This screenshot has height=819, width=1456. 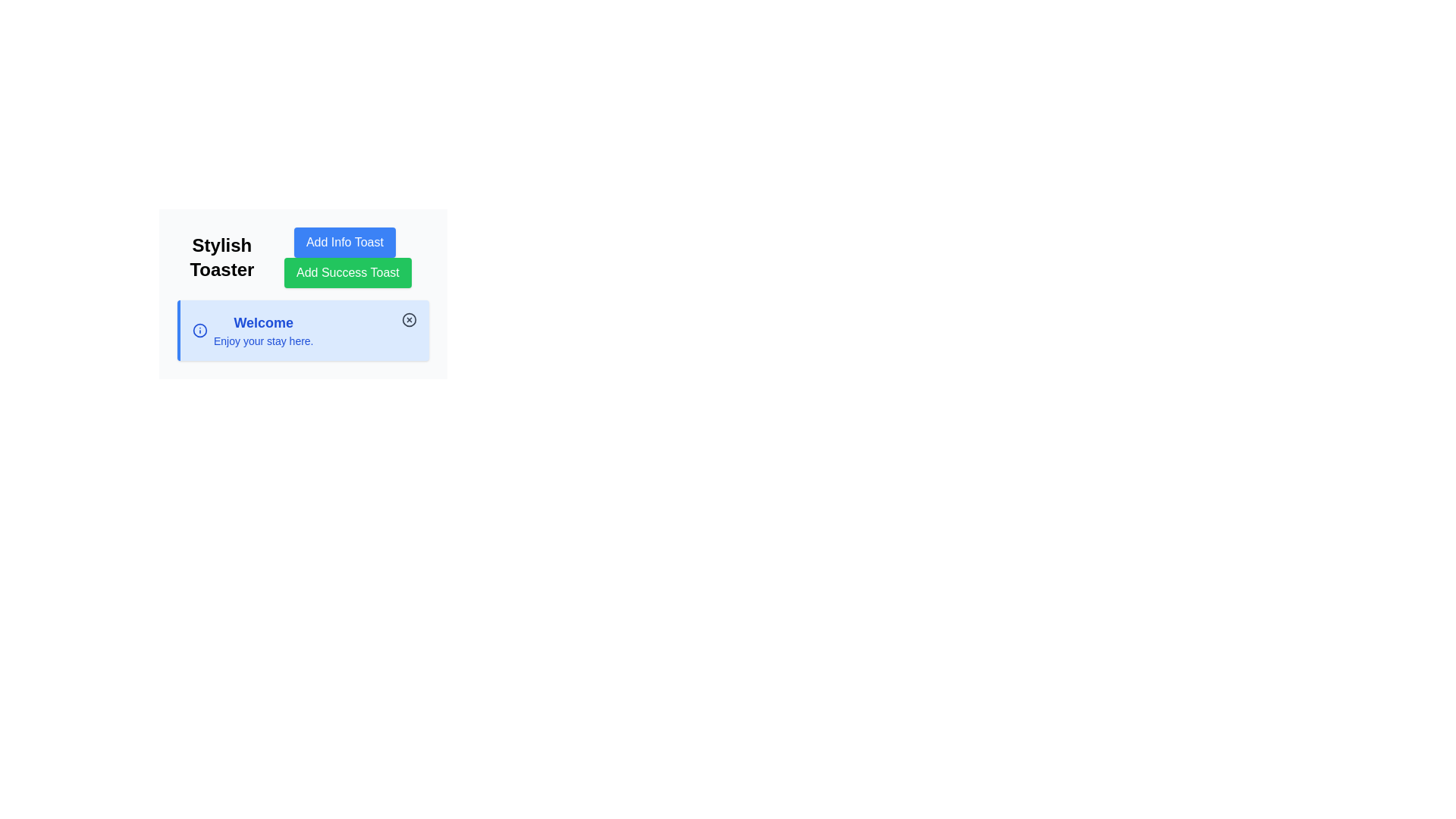 What do you see at coordinates (347, 271) in the screenshot?
I see `the green rectangular button labeled 'Add Success Toast' to change its color` at bounding box center [347, 271].